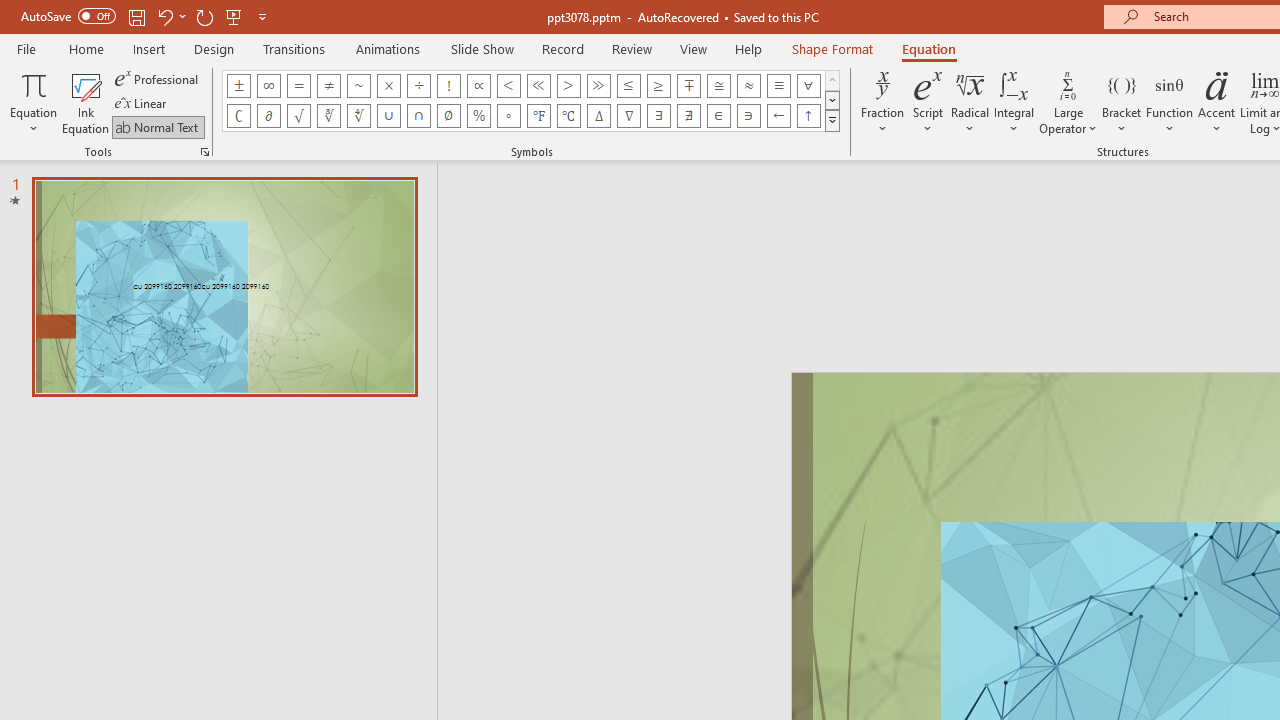 The image size is (1280, 720). I want to click on 'Equation Symbols', so click(832, 120).